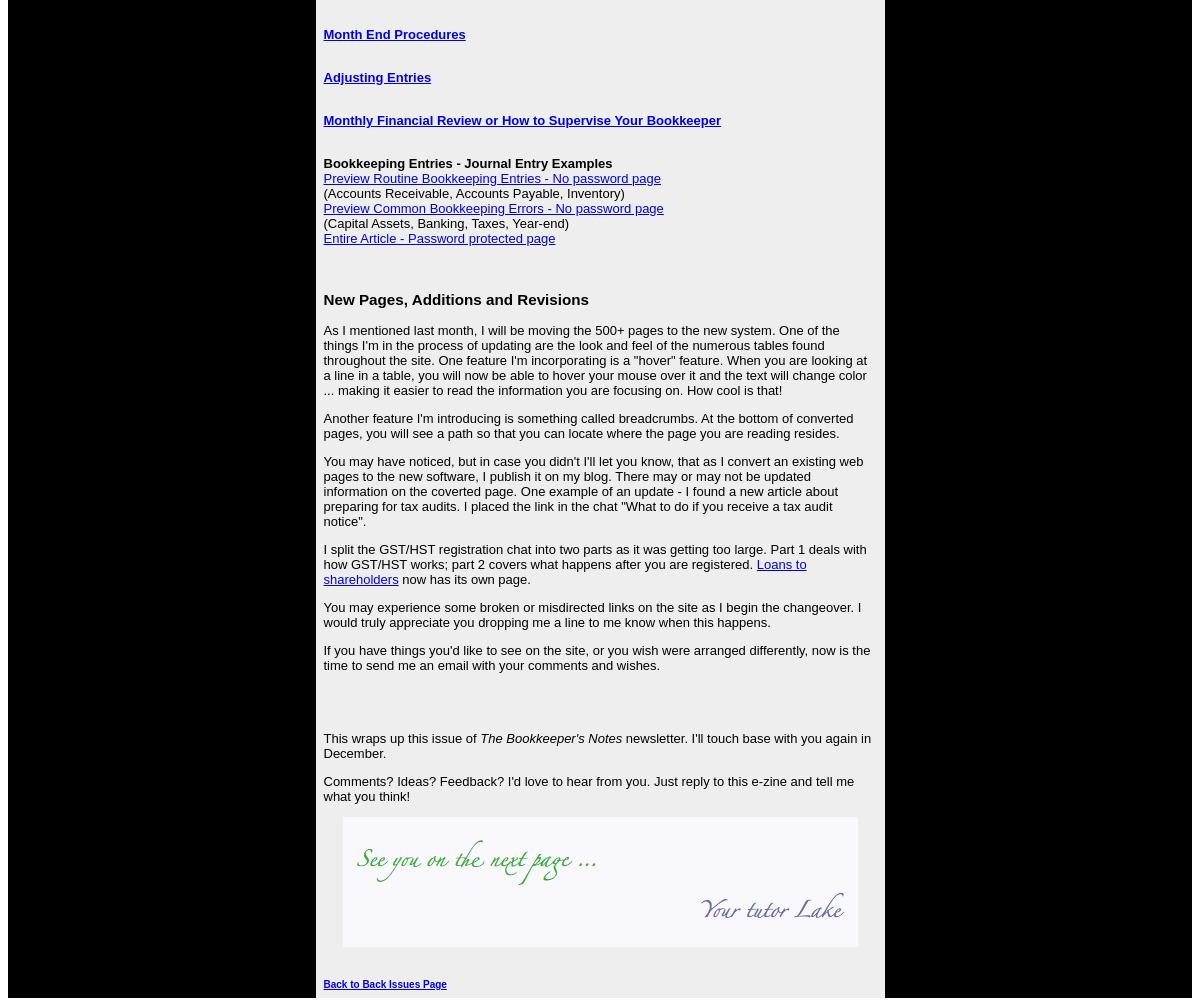  What do you see at coordinates (323, 221) in the screenshot?
I see `'(Capital Assets, Banking, Taxes, Year-end)'` at bounding box center [323, 221].